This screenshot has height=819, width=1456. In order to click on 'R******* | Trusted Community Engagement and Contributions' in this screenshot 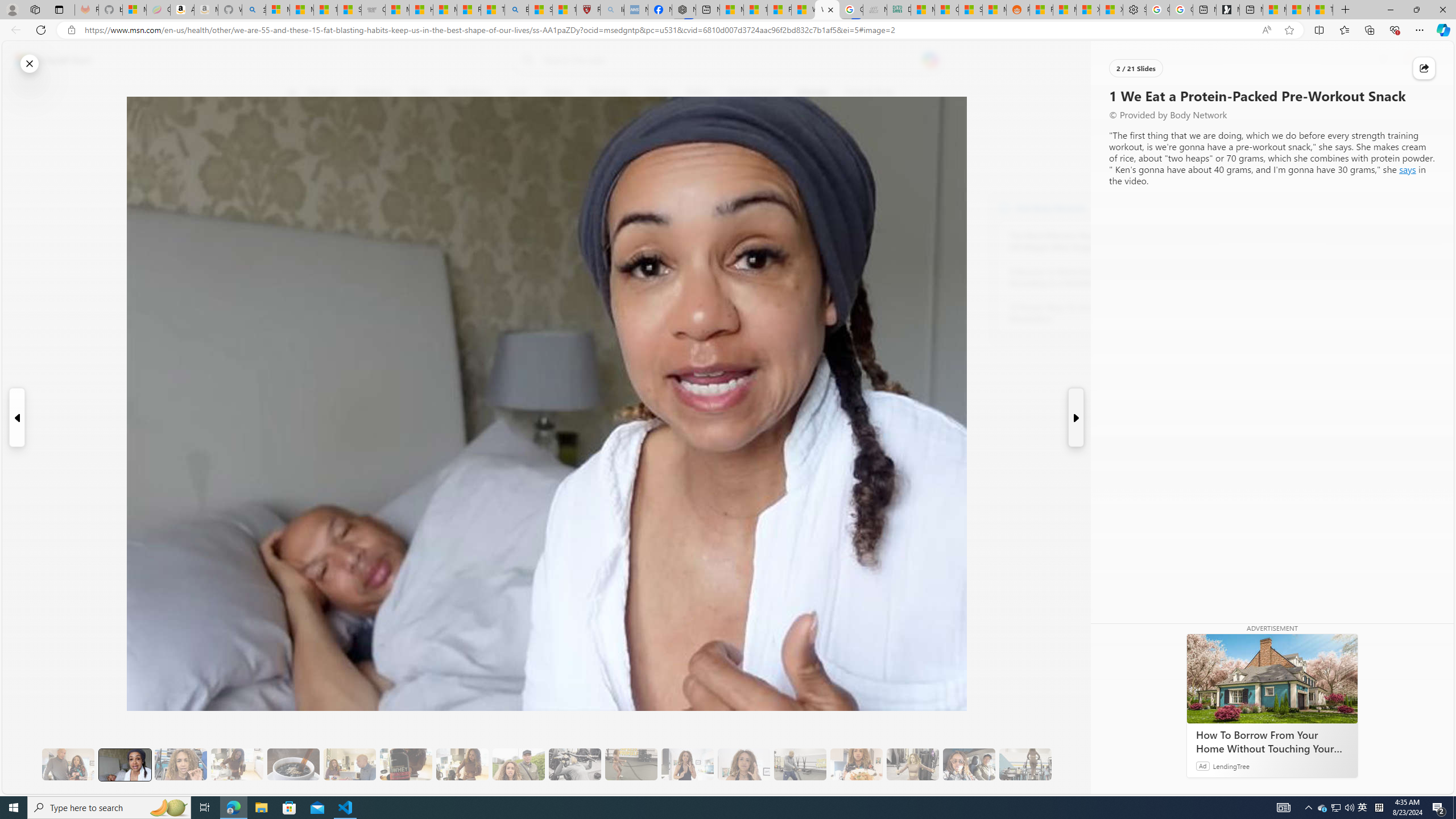, I will do `click(1041, 9)`.